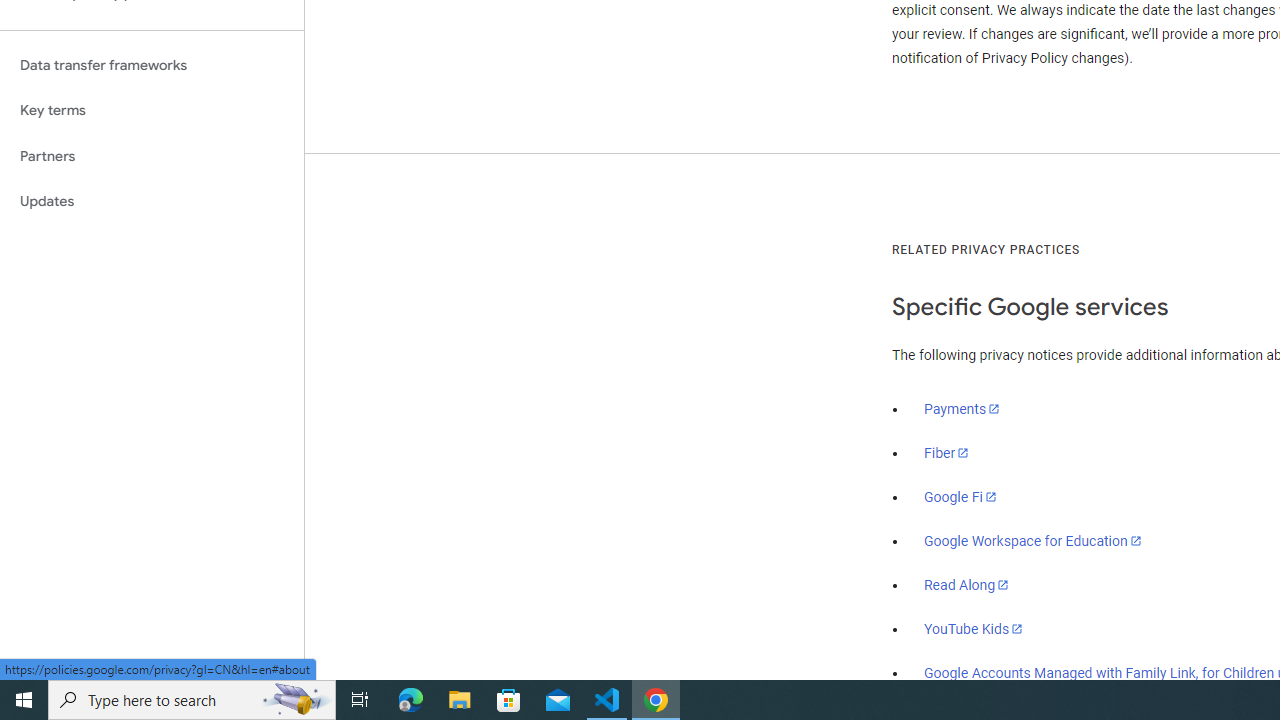 The width and height of the screenshot is (1280, 720). Describe the element at coordinates (974, 627) in the screenshot. I see `'YouTube Kids'` at that location.